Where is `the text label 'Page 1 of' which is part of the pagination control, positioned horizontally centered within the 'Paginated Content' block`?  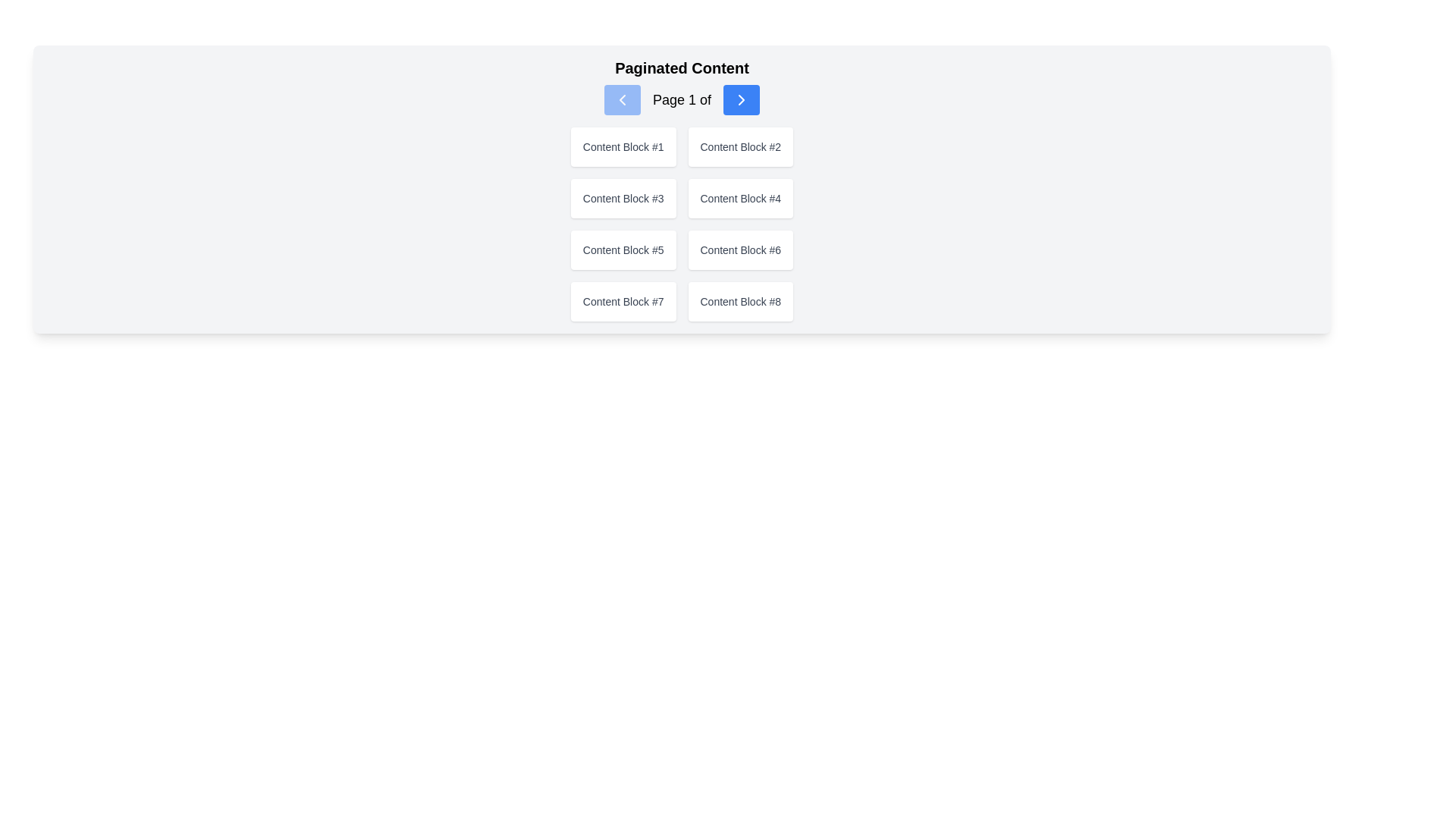 the text label 'Page 1 of' which is part of the pagination control, positioned horizontally centered within the 'Paginated Content' block is located at coordinates (681, 99).